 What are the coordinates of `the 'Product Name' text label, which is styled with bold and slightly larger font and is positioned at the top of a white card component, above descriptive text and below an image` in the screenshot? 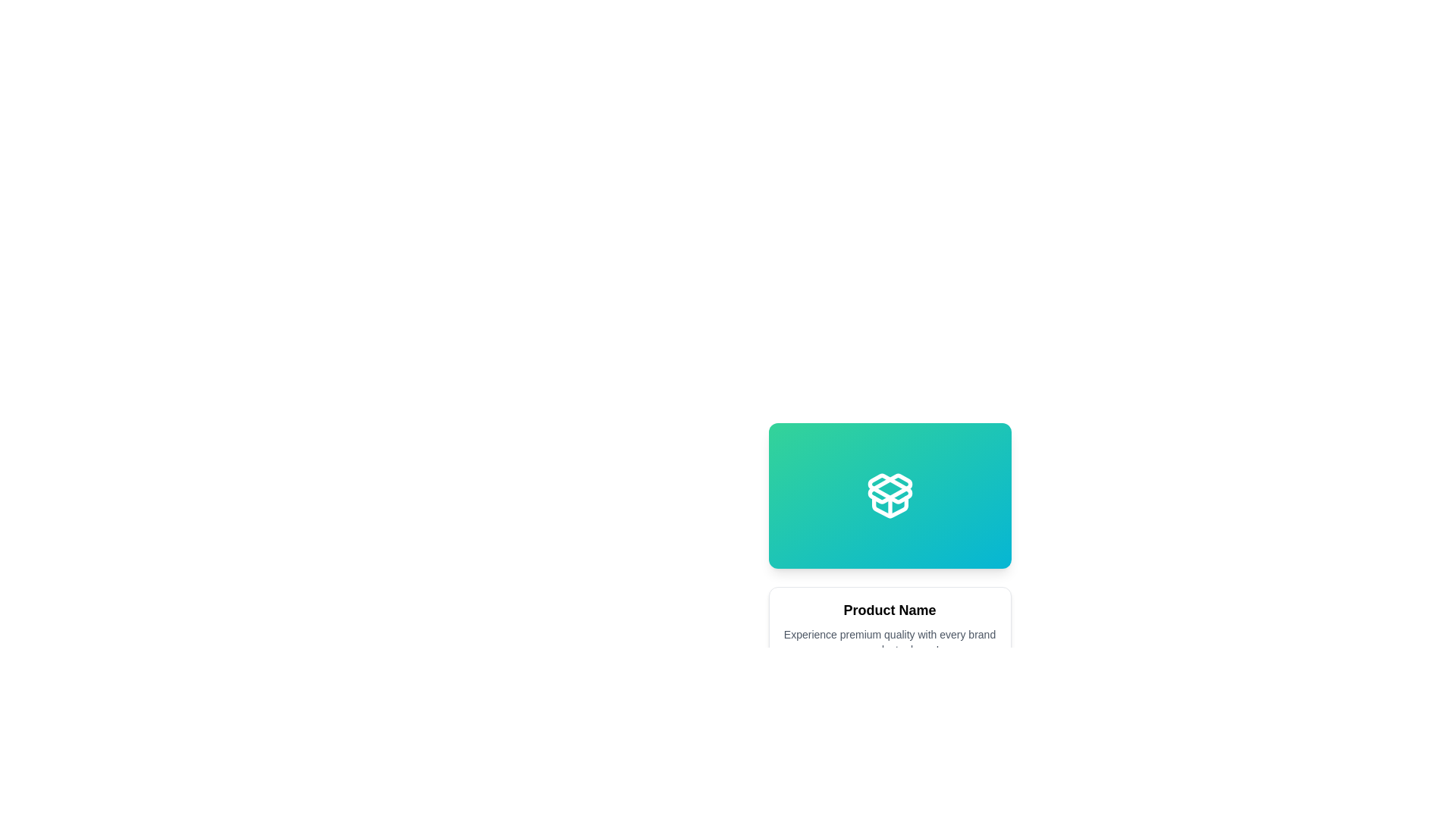 It's located at (890, 610).